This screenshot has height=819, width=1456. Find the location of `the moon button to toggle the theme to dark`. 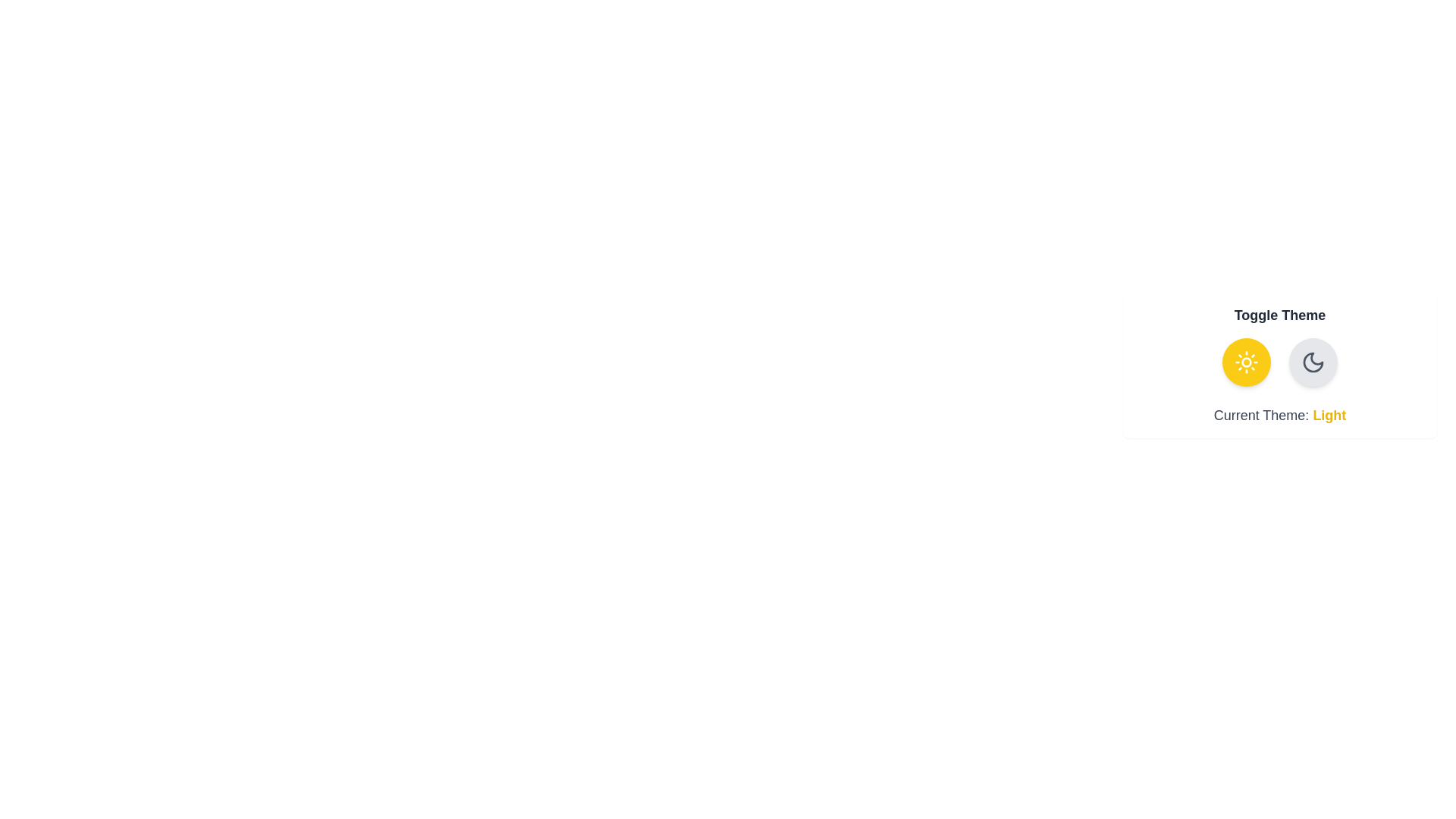

the moon button to toggle the theme to dark is located at coordinates (1313, 362).